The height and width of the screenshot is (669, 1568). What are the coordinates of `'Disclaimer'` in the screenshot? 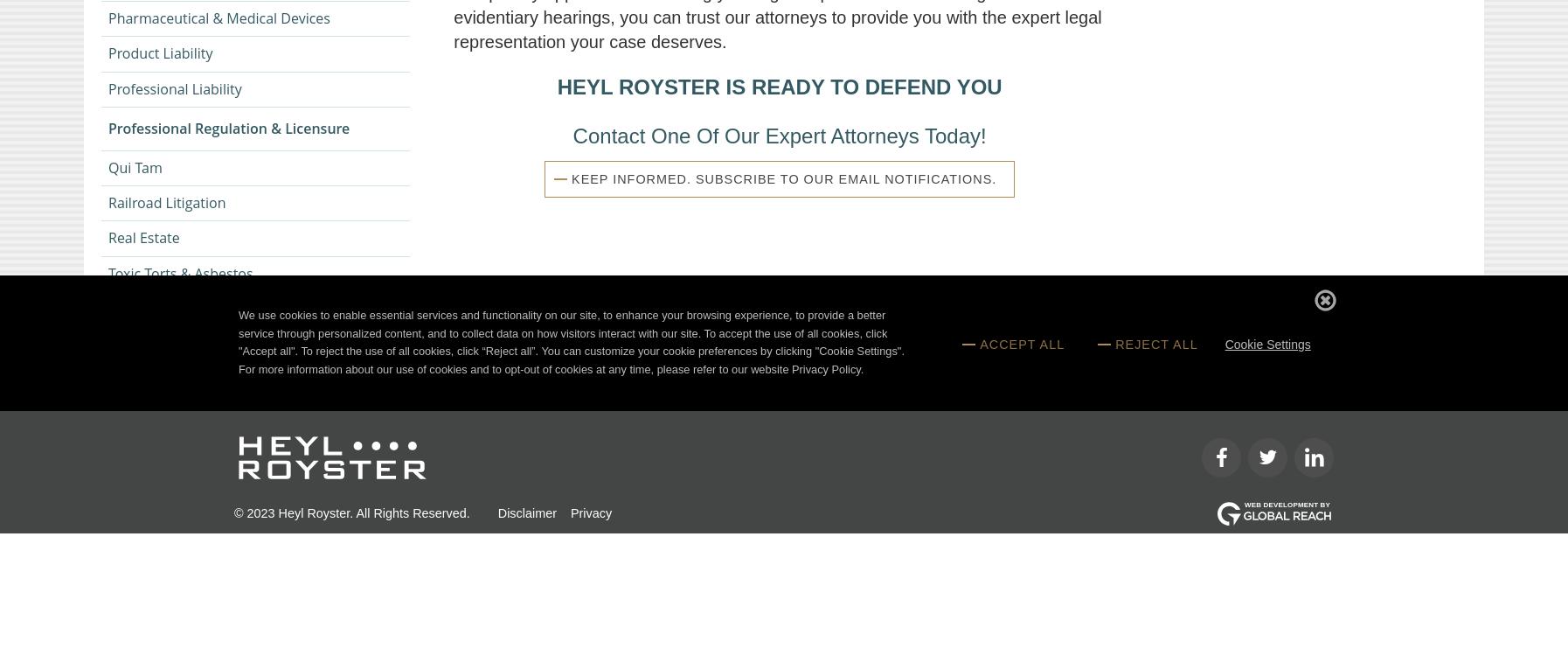 It's located at (526, 512).